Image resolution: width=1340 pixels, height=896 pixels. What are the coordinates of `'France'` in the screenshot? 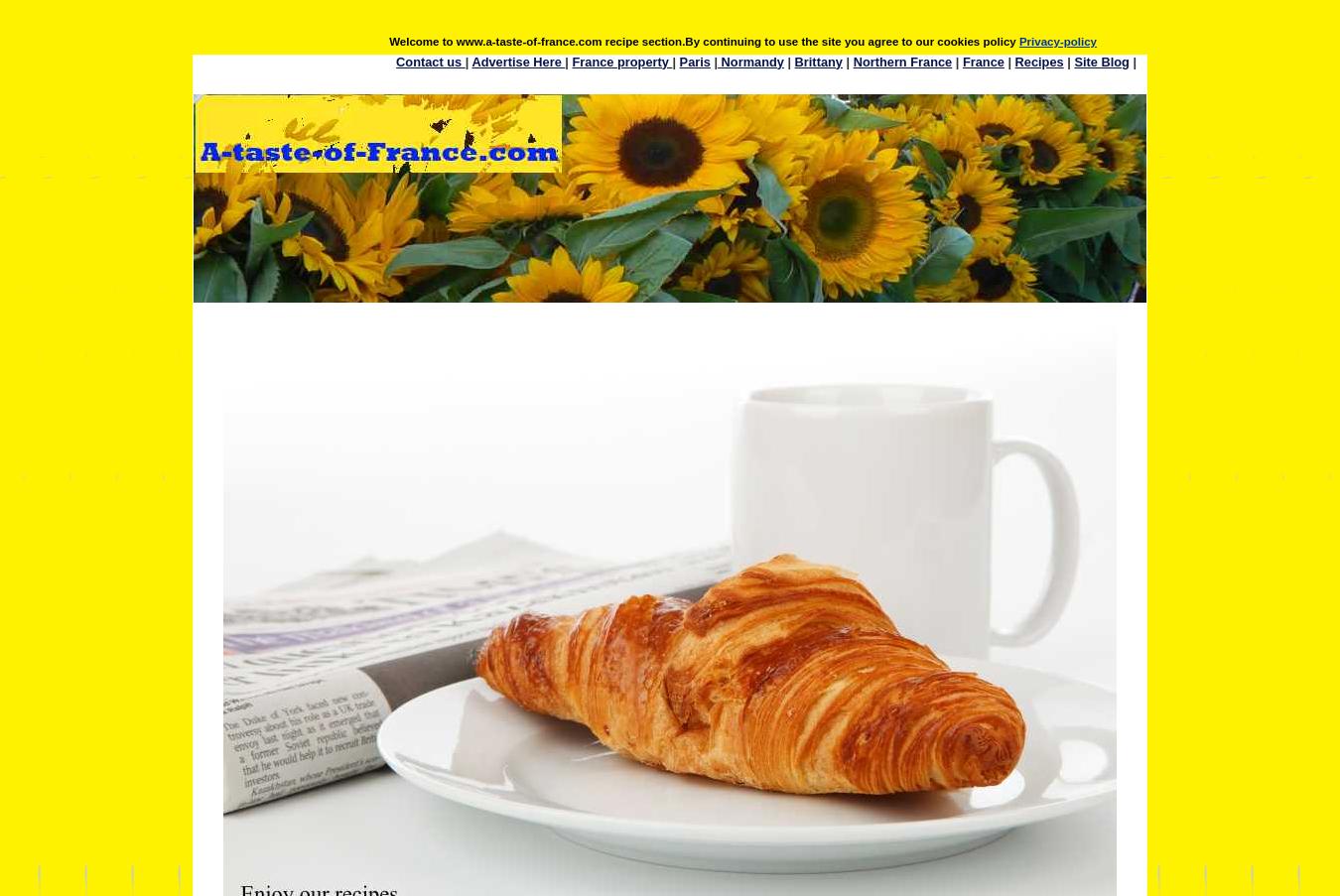 It's located at (981, 60).